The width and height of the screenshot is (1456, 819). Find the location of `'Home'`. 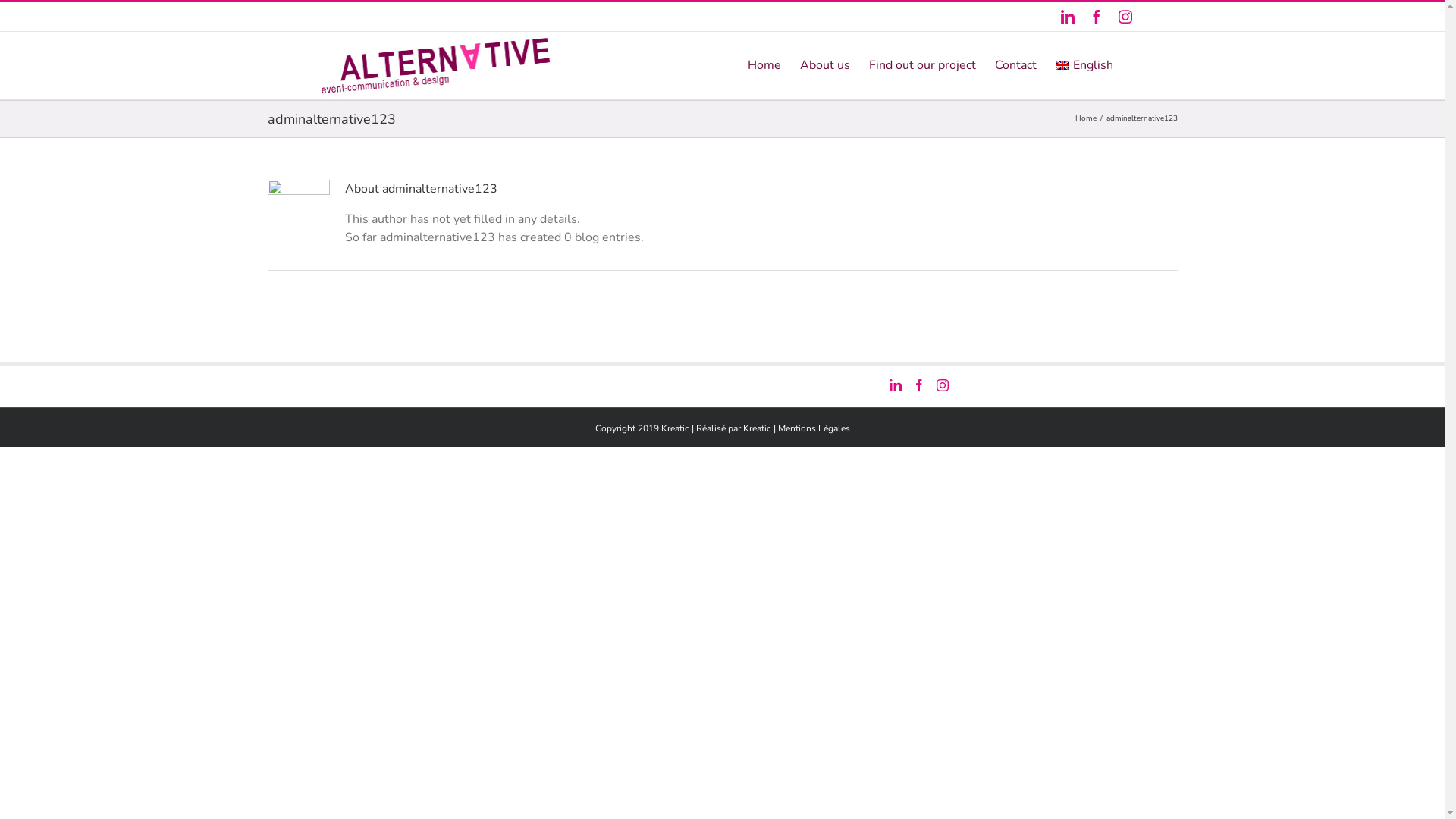

'Home' is located at coordinates (764, 63).